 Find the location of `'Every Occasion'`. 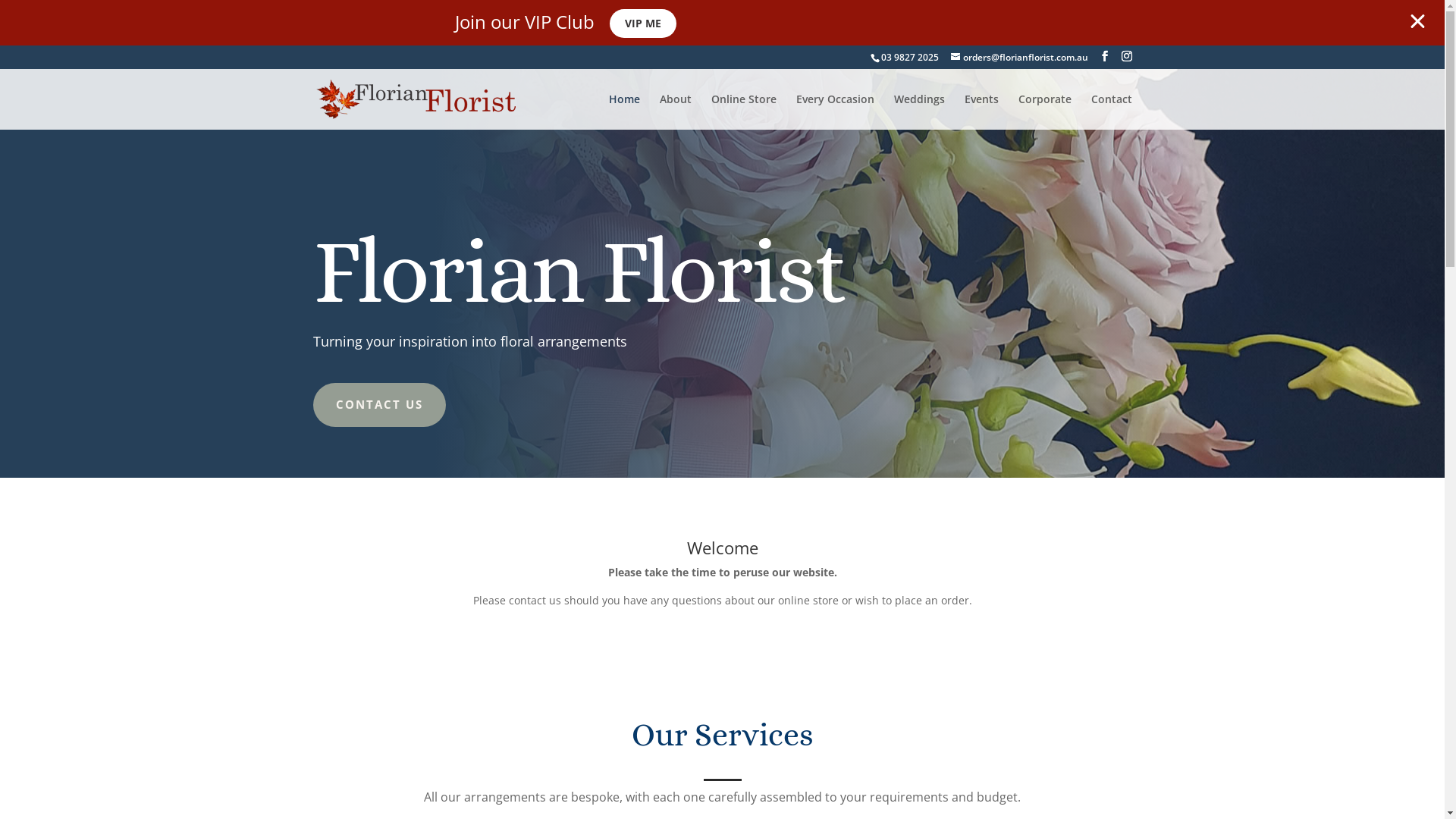

'Every Occasion' is located at coordinates (834, 111).